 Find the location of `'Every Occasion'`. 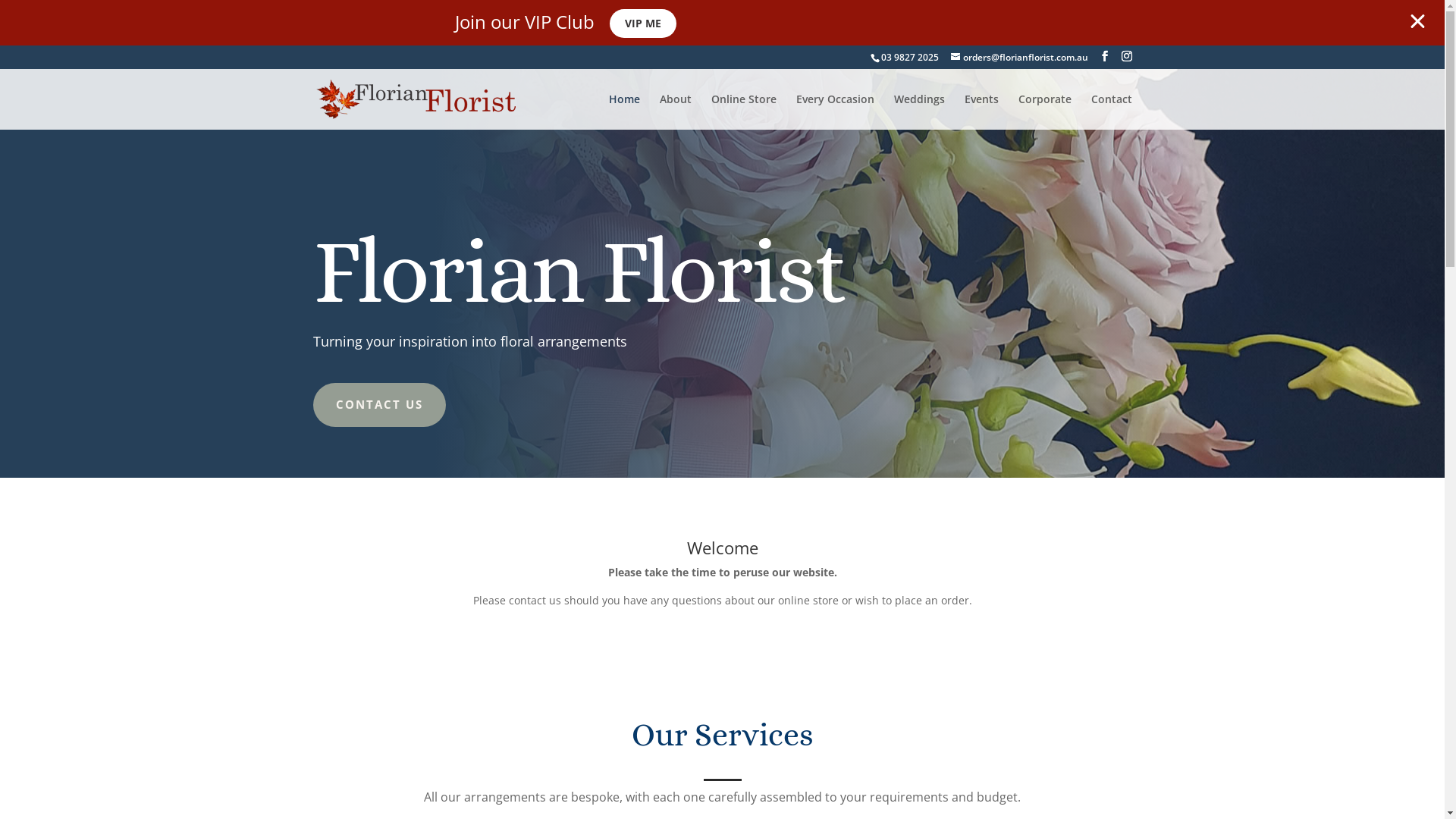

'Every Occasion' is located at coordinates (834, 111).